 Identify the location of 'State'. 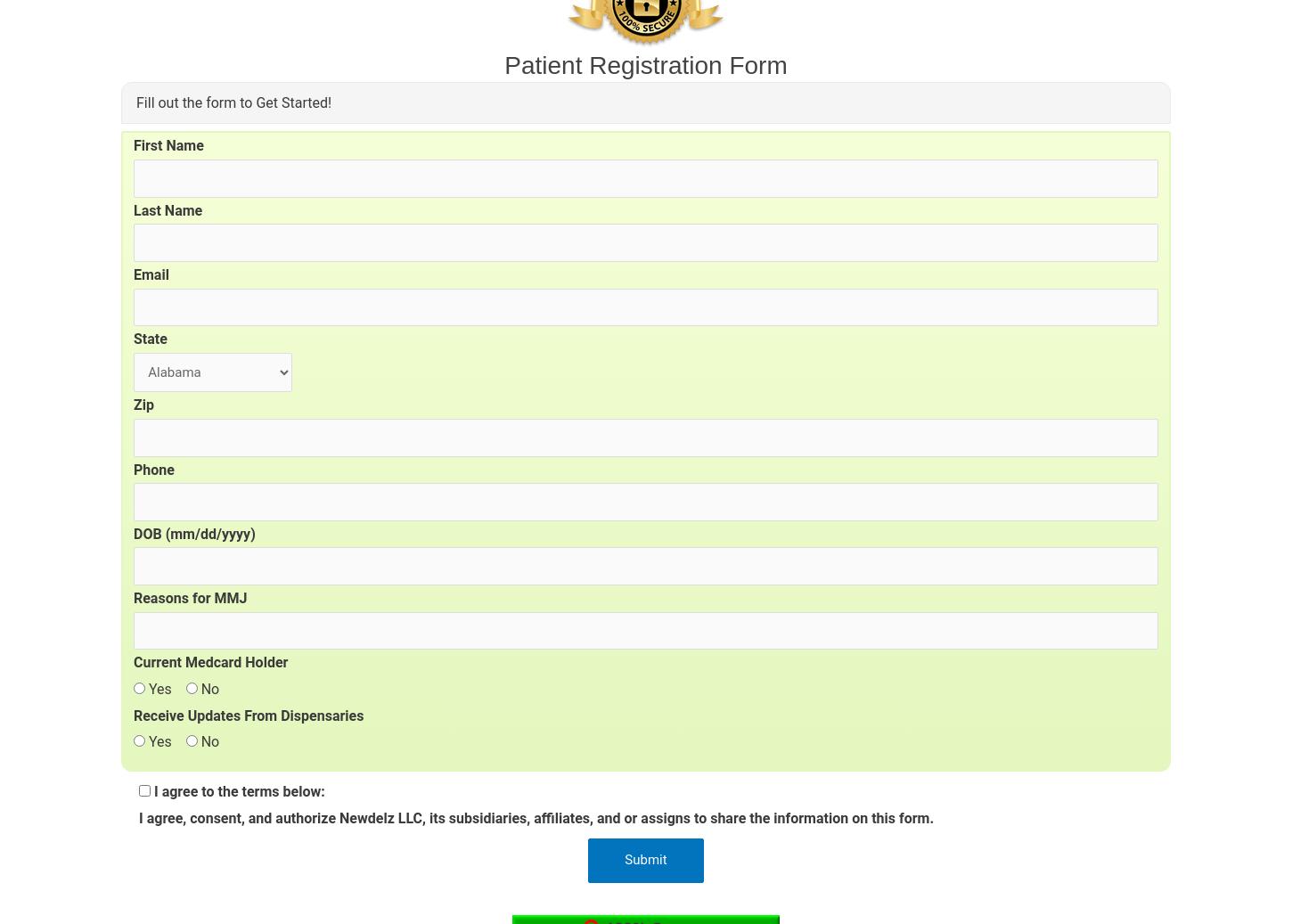
(149, 338).